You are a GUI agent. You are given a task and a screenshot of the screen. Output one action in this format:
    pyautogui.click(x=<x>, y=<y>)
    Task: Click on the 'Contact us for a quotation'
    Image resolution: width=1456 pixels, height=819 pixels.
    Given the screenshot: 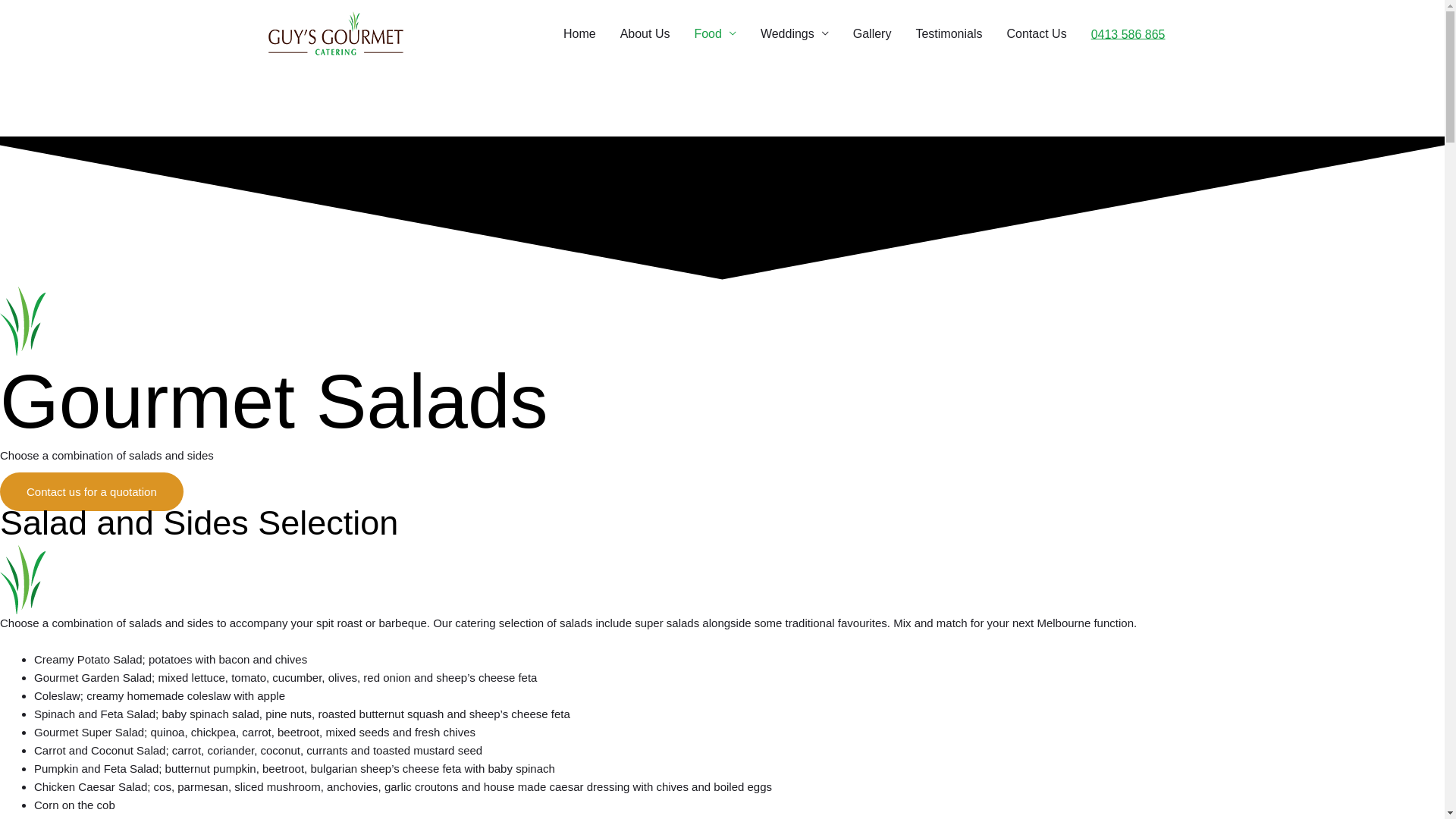 What is the action you would take?
    pyautogui.click(x=90, y=491)
    